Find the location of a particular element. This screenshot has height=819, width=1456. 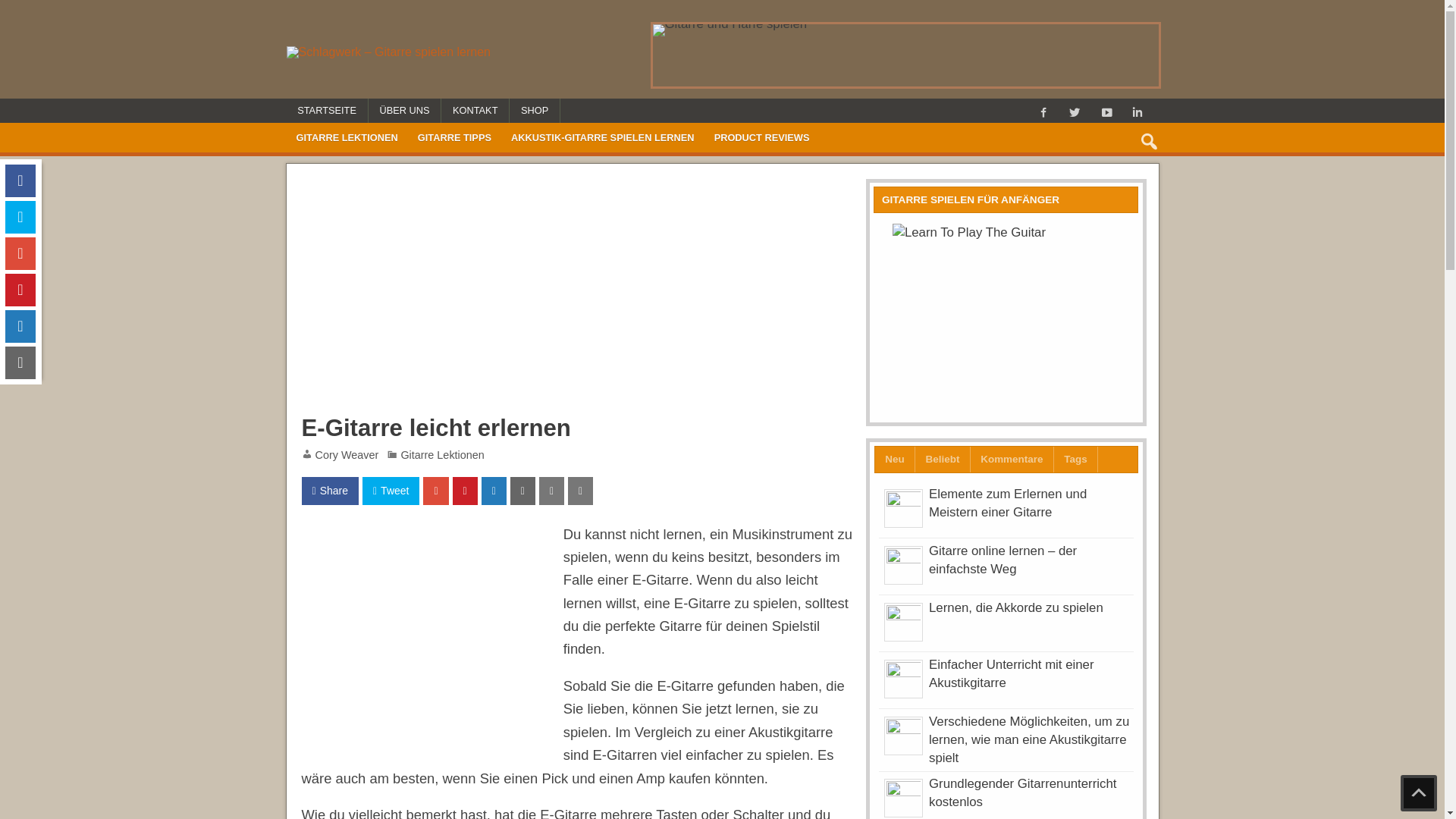

'GITARRE LEKTIONEN' is located at coordinates (287, 137).